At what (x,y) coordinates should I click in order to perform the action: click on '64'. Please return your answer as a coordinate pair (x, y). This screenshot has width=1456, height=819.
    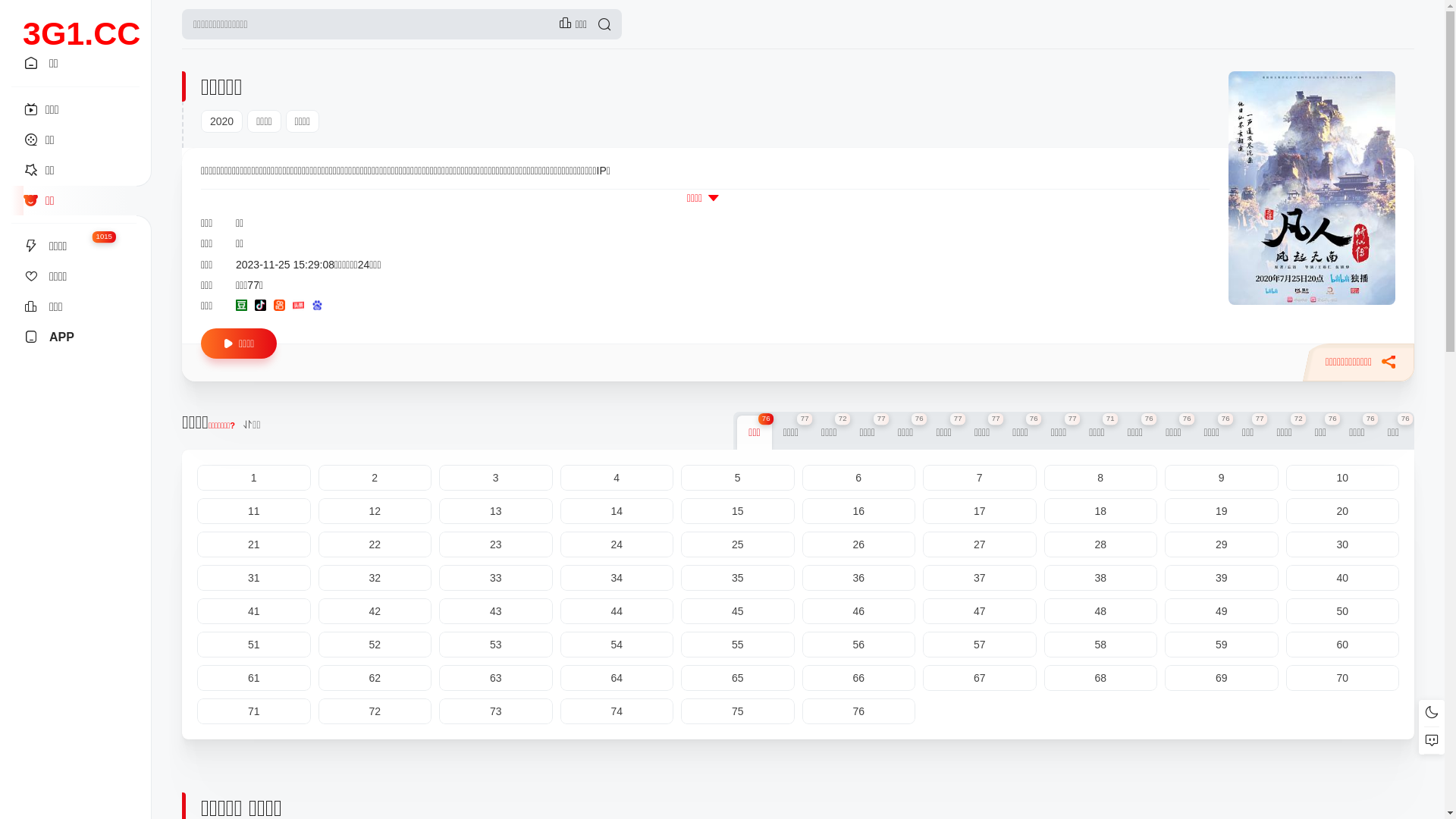
    Looking at the image, I should click on (616, 677).